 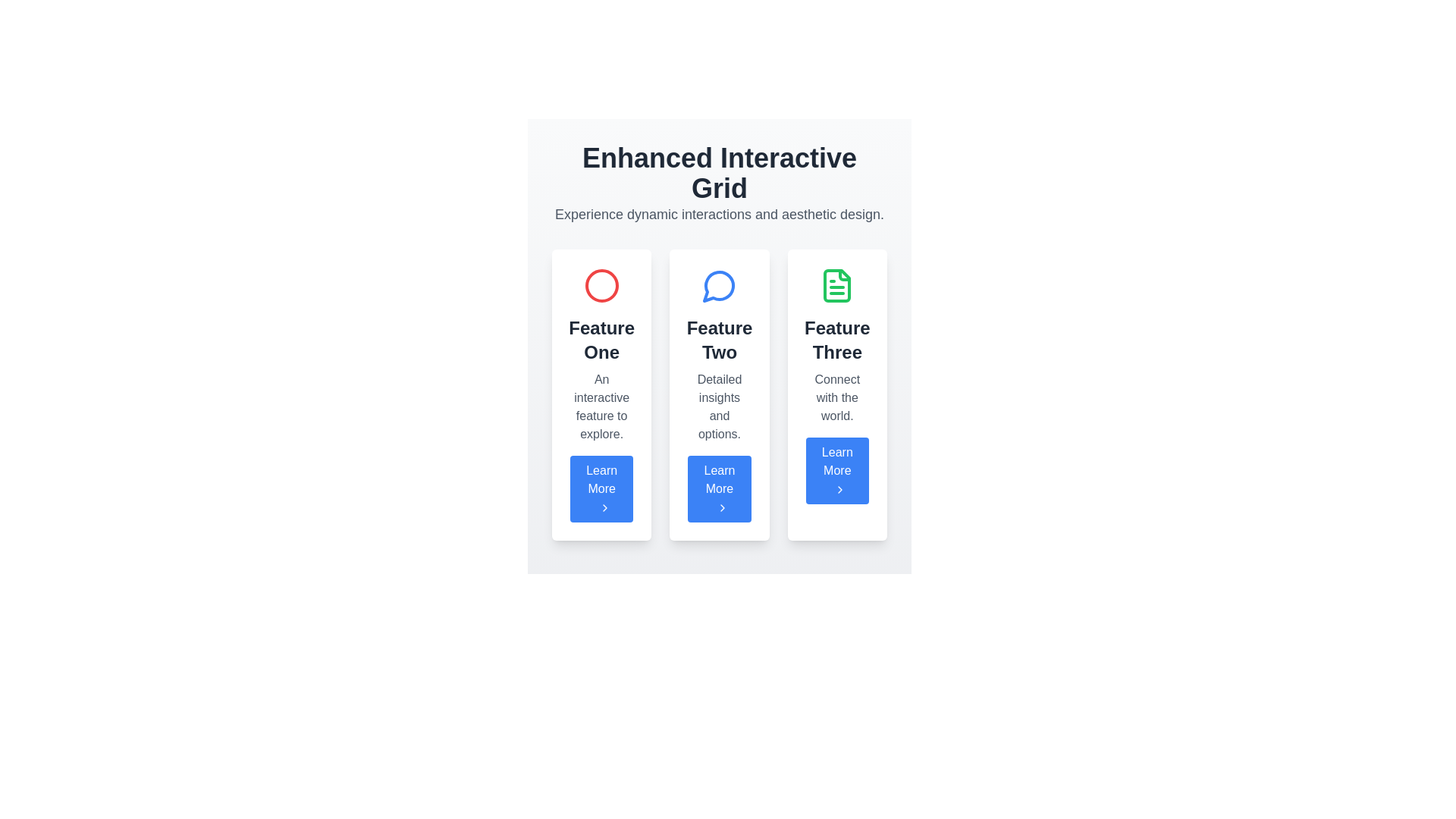 What do you see at coordinates (836, 339) in the screenshot?
I see `the text label 'Feature Three', which is styled in bold and prominently larger than the surrounding text, positioned centrally in the last card above the descriptive text 'Connect with the world'` at bounding box center [836, 339].